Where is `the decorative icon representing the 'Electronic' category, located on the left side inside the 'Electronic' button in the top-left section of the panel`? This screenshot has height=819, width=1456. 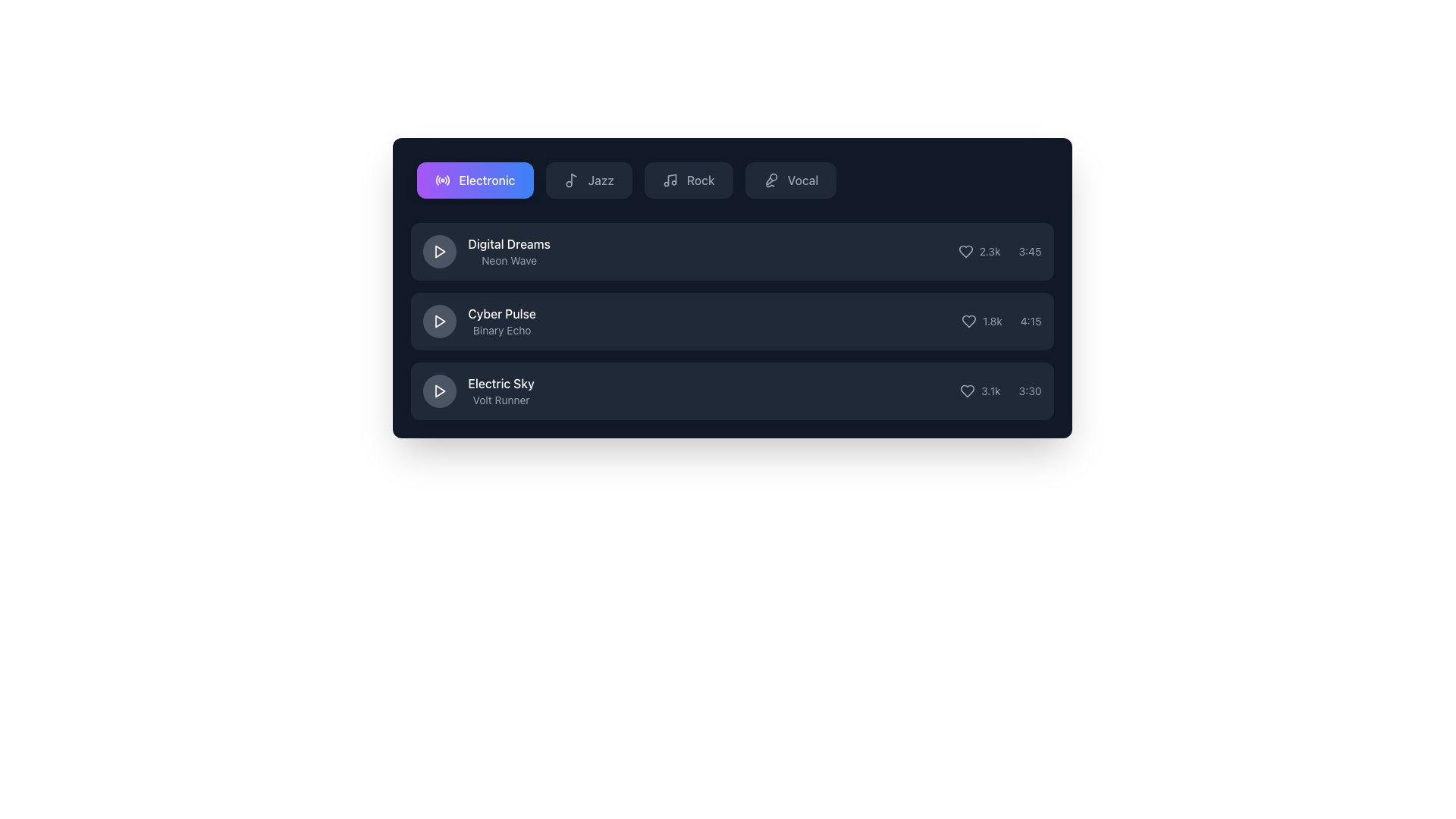
the decorative icon representing the 'Electronic' category, located on the left side inside the 'Electronic' button in the top-left section of the panel is located at coordinates (441, 180).